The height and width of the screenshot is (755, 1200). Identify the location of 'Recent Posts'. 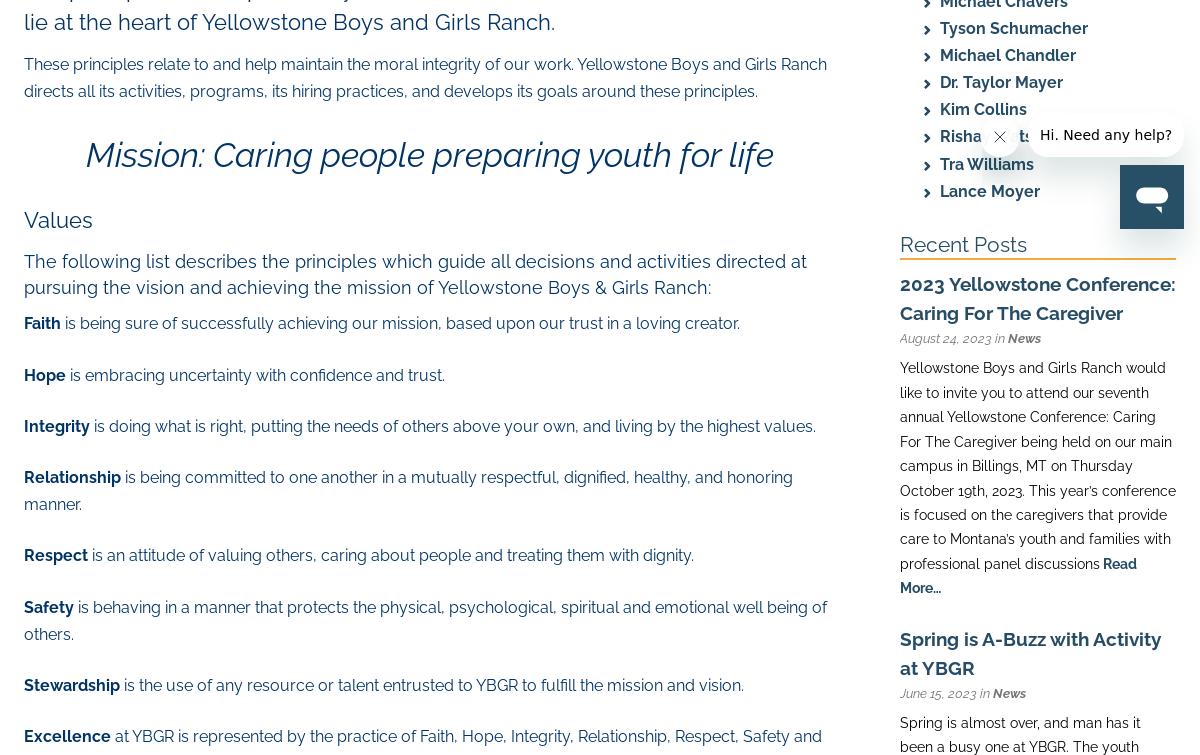
(963, 244).